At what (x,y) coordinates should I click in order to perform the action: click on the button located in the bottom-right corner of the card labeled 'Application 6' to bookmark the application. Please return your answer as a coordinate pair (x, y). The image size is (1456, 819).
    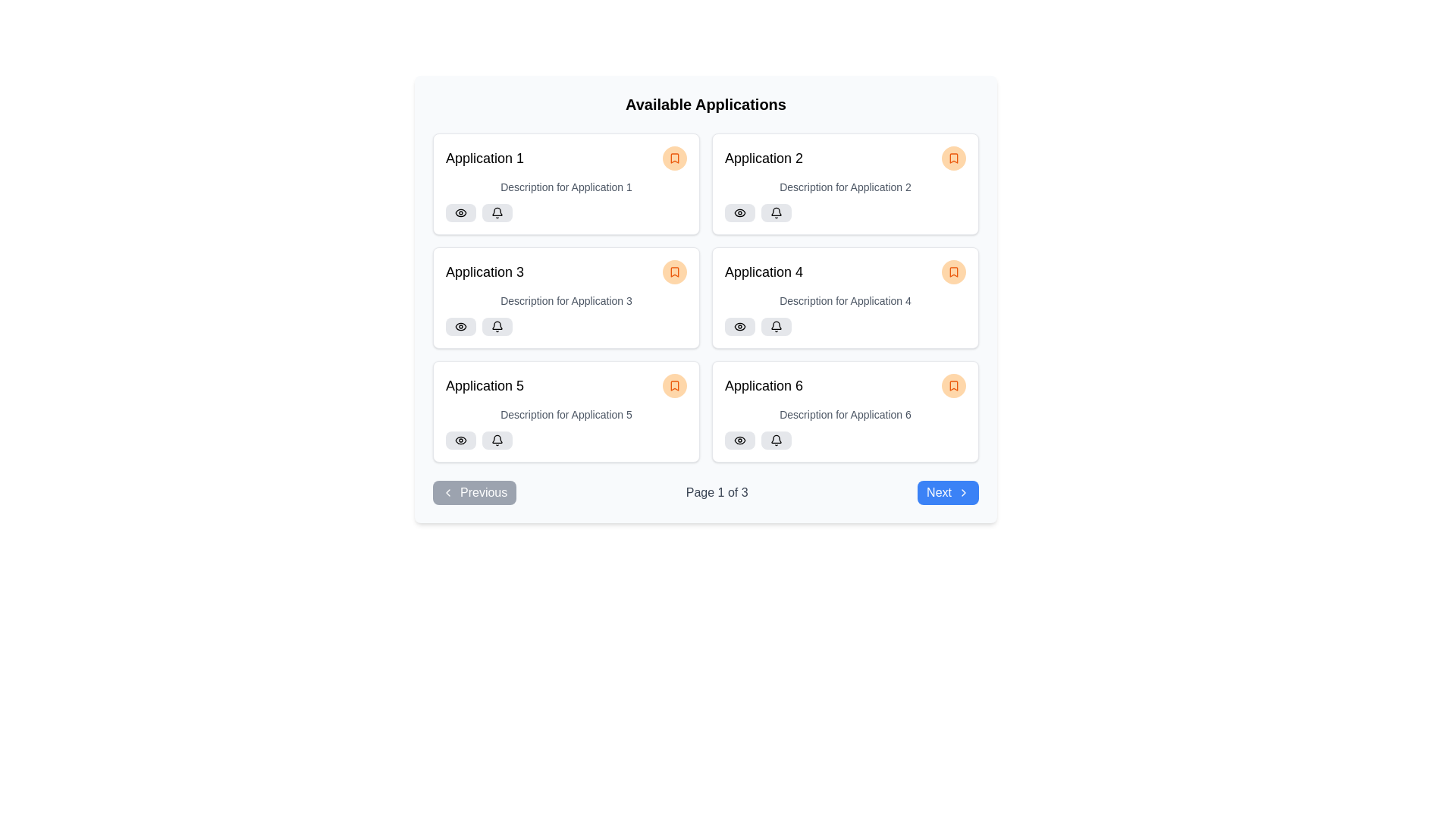
    Looking at the image, I should click on (952, 385).